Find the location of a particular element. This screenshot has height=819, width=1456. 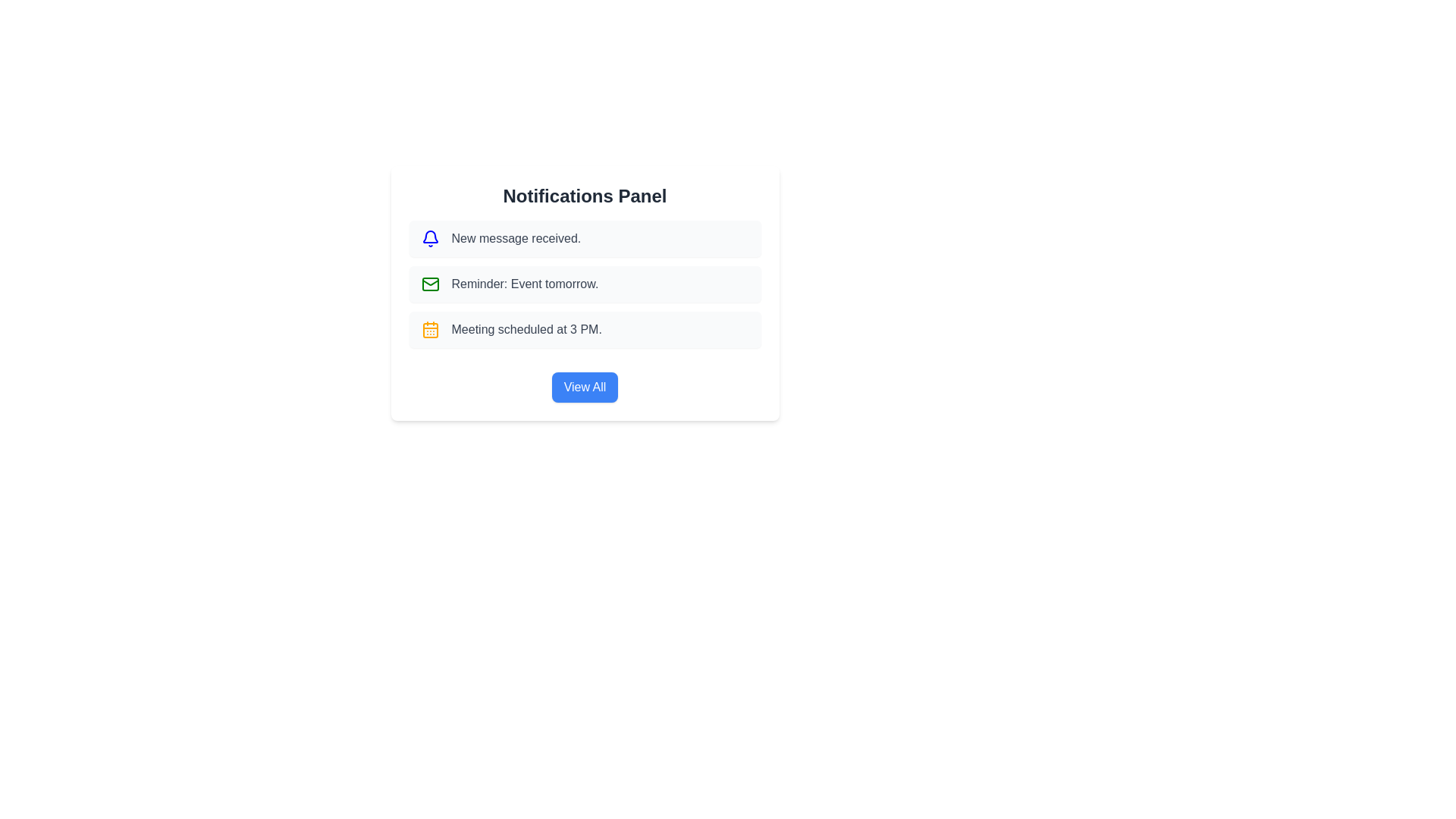

the third notification item in the Notifications Panel, which contains an orange calendar icon and the text 'Meeting scheduled at 3 PM.' is located at coordinates (584, 329).